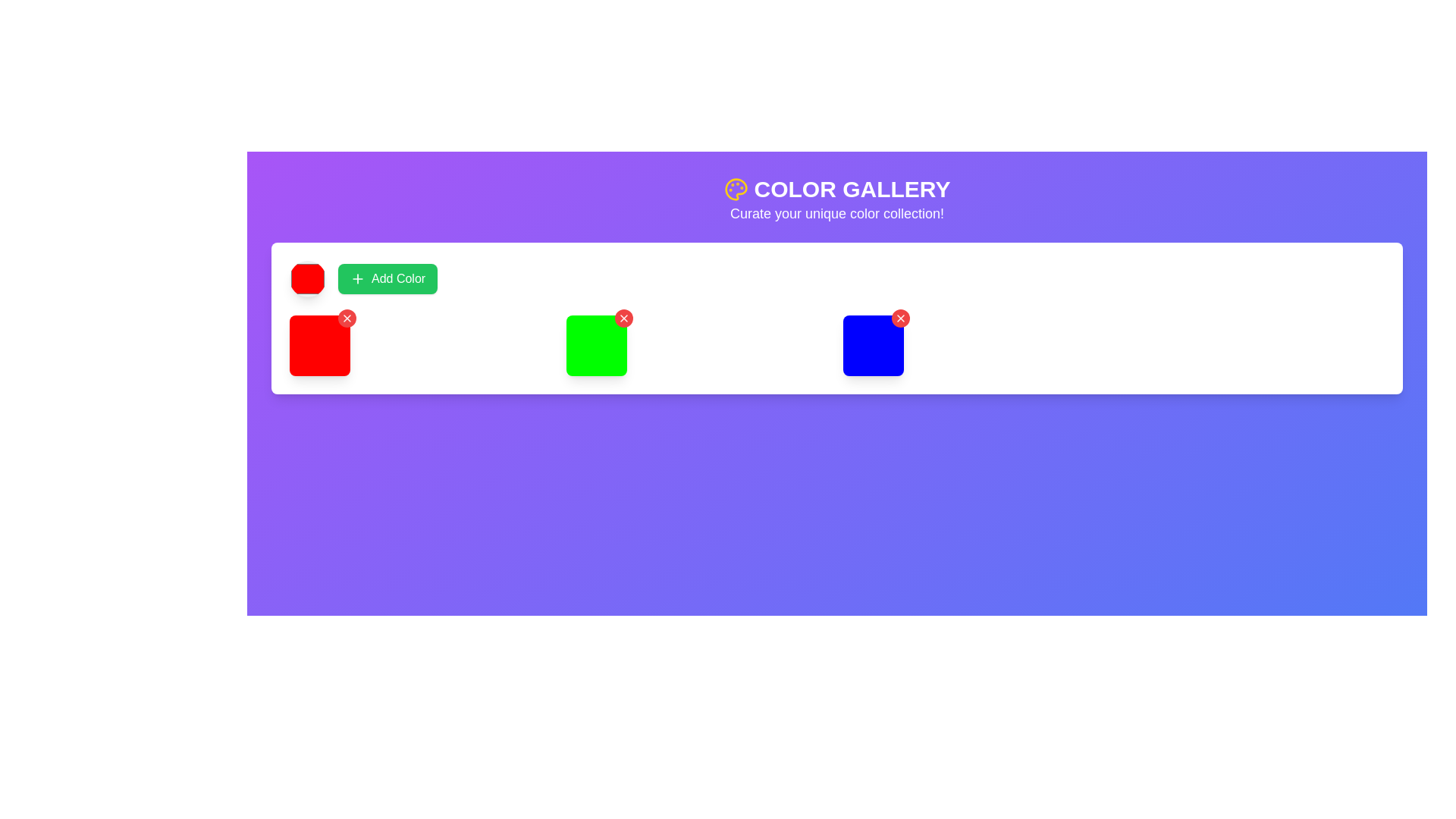  I want to click on the 'Add Color' button, which is represented by a visual indicator icon located within a green button positioned towards the top-left of the main interface panel, so click(356, 278).